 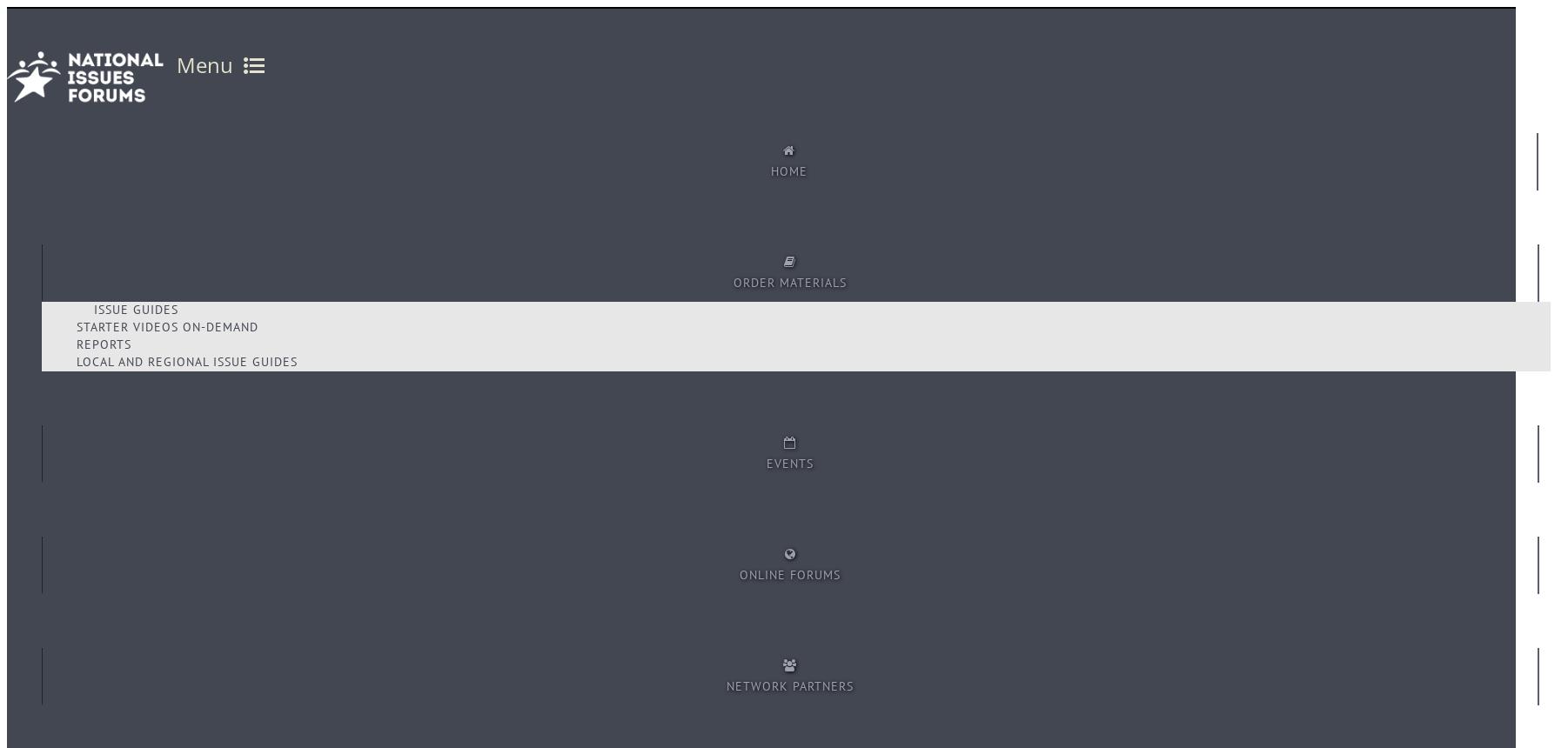 I want to click on 'Menu', so click(x=176, y=63).